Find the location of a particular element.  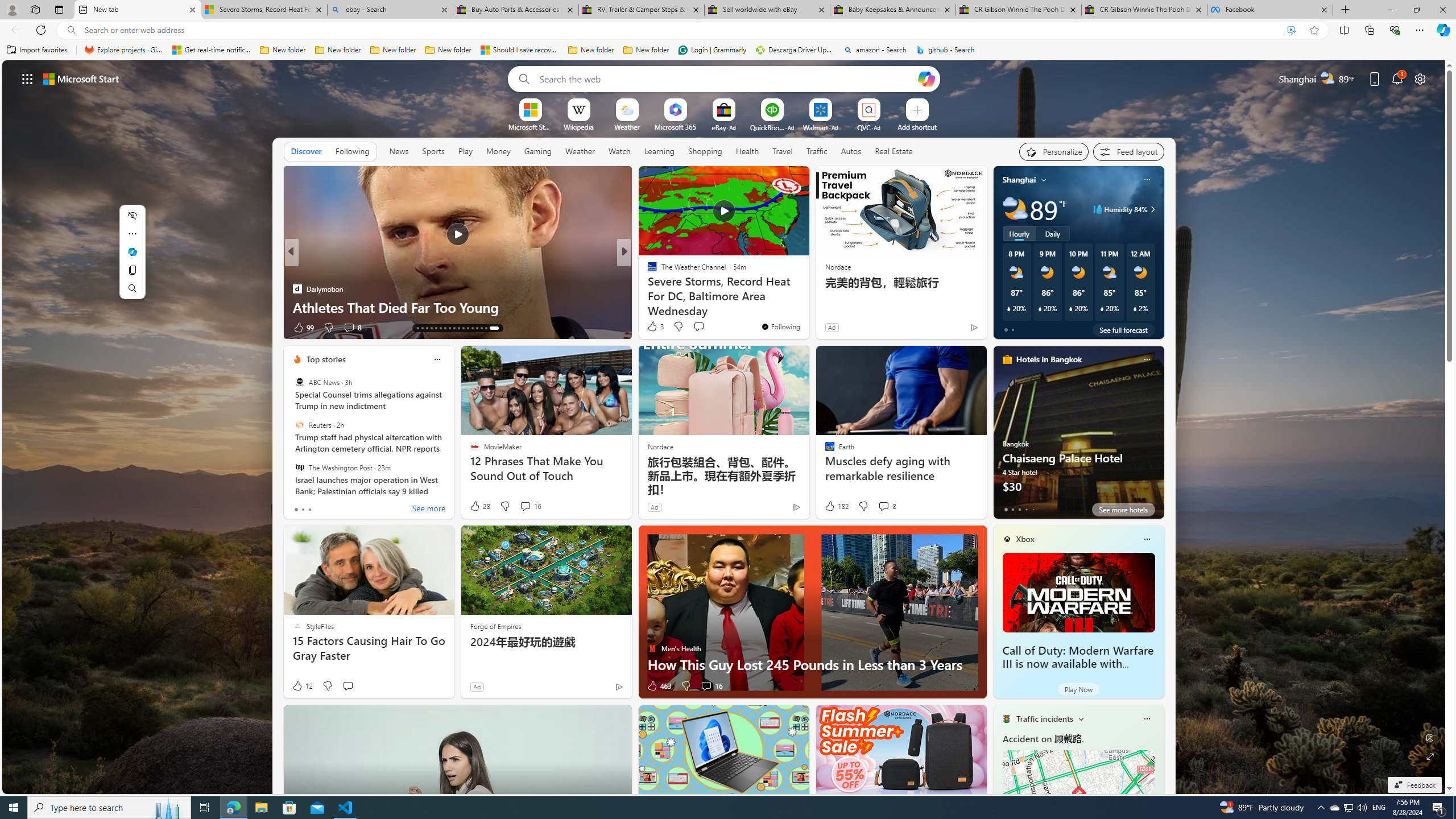

'Hide menu' is located at coordinates (132, 215).